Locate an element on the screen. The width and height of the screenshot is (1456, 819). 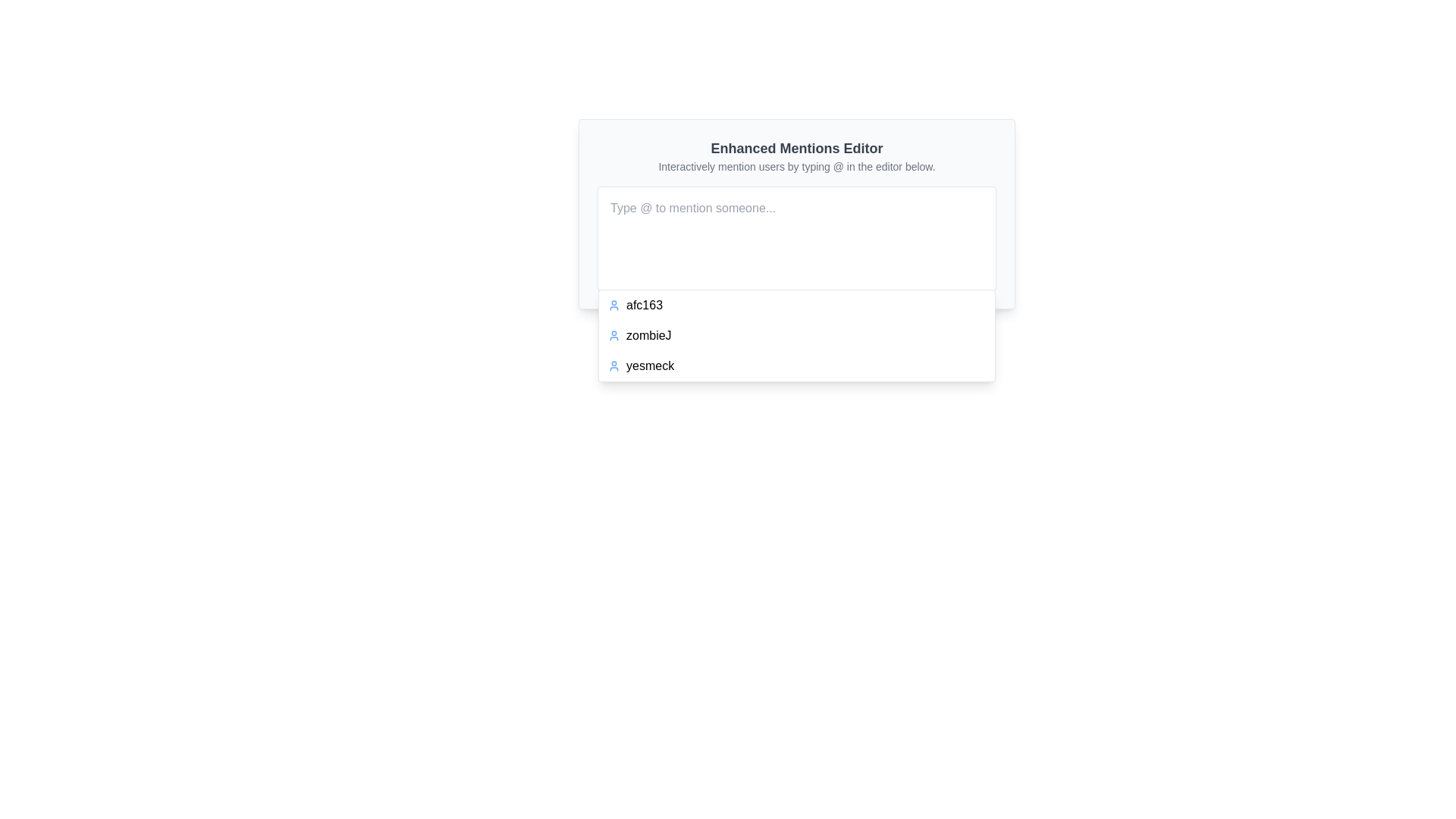
the third selectable list item in the dropdown menu that references the user 'yesmeck' is located at coordinates (796, 366).